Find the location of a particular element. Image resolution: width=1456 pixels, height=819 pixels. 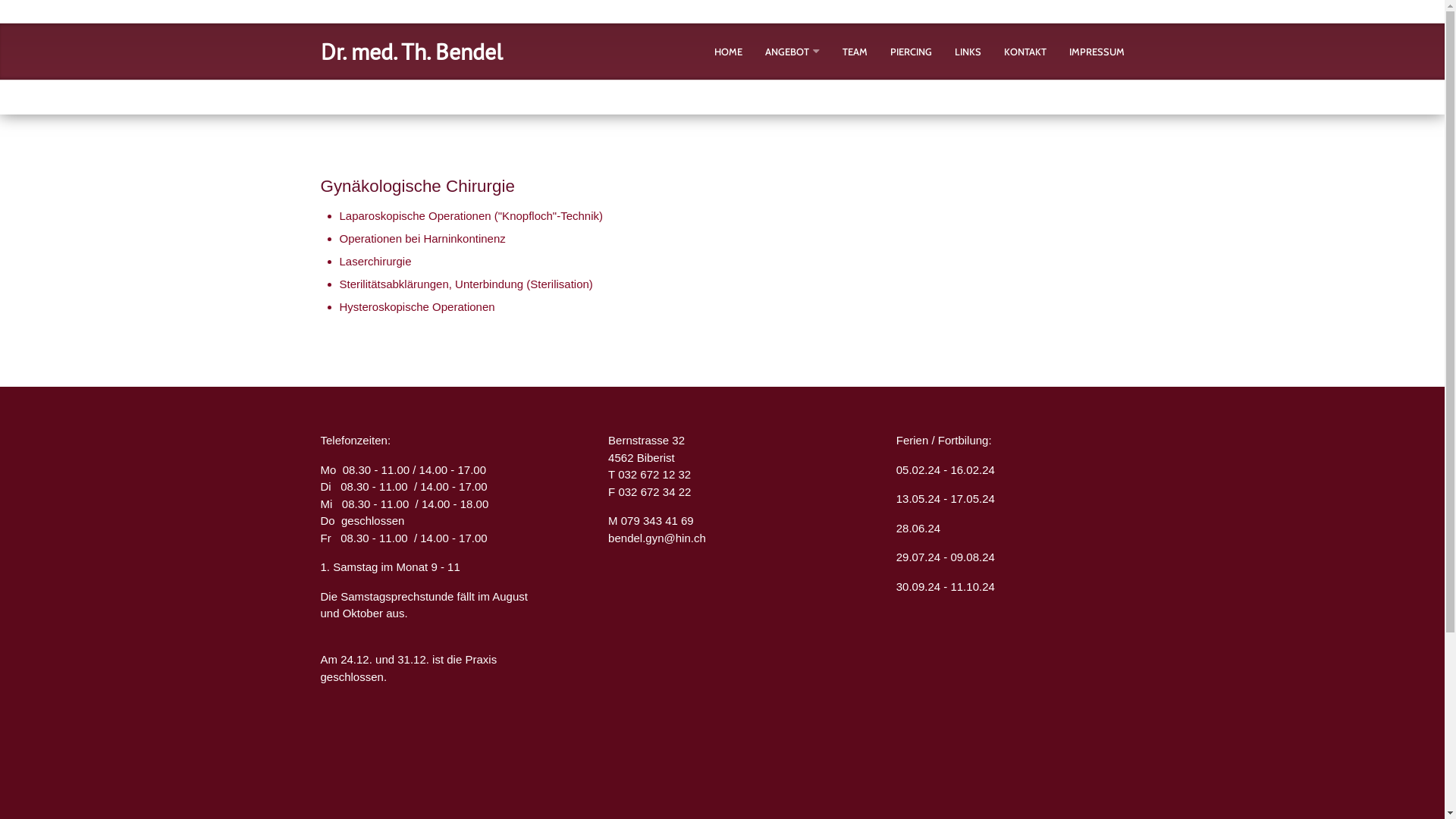

'TEAM' is located at coordinates (854, 51).